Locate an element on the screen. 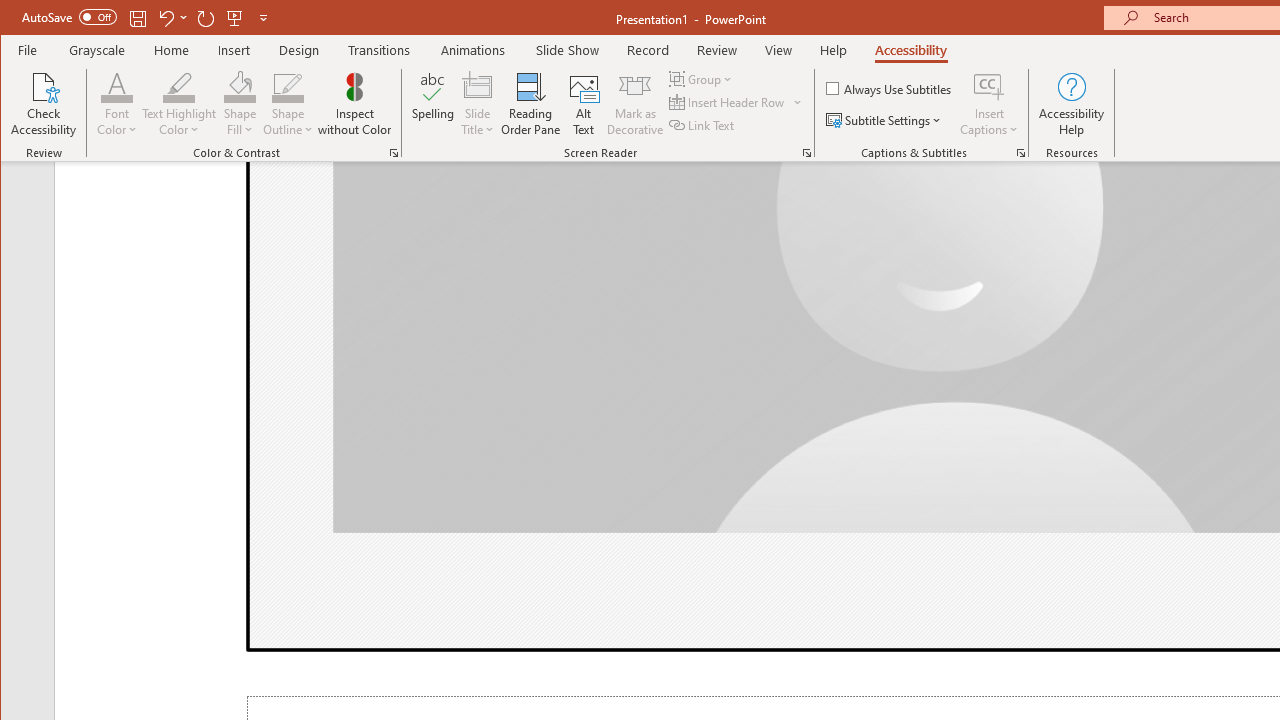 This screenshot has height=720, width=1280. 'Reading Order Pane' is located at coordinates (531, 104).